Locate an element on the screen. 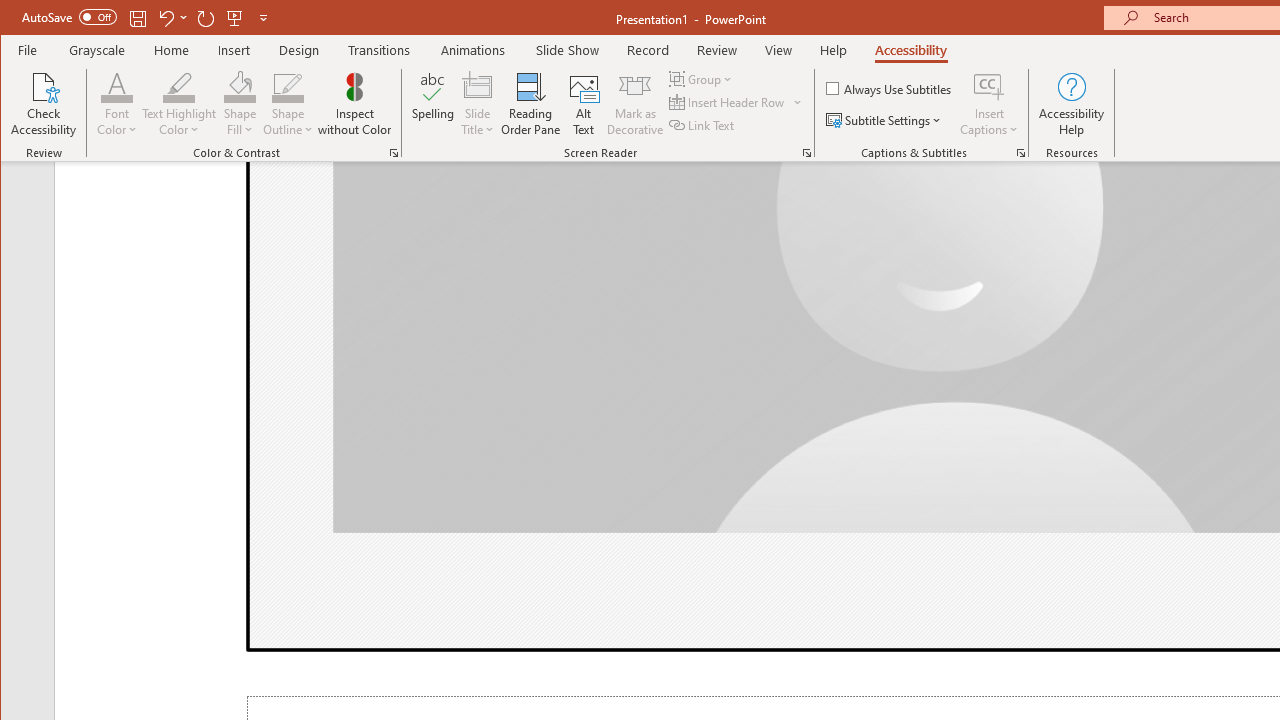 This screenshot has height=720, width=1280. 'Reading Order Pane' is located at coordinates (531, 104).